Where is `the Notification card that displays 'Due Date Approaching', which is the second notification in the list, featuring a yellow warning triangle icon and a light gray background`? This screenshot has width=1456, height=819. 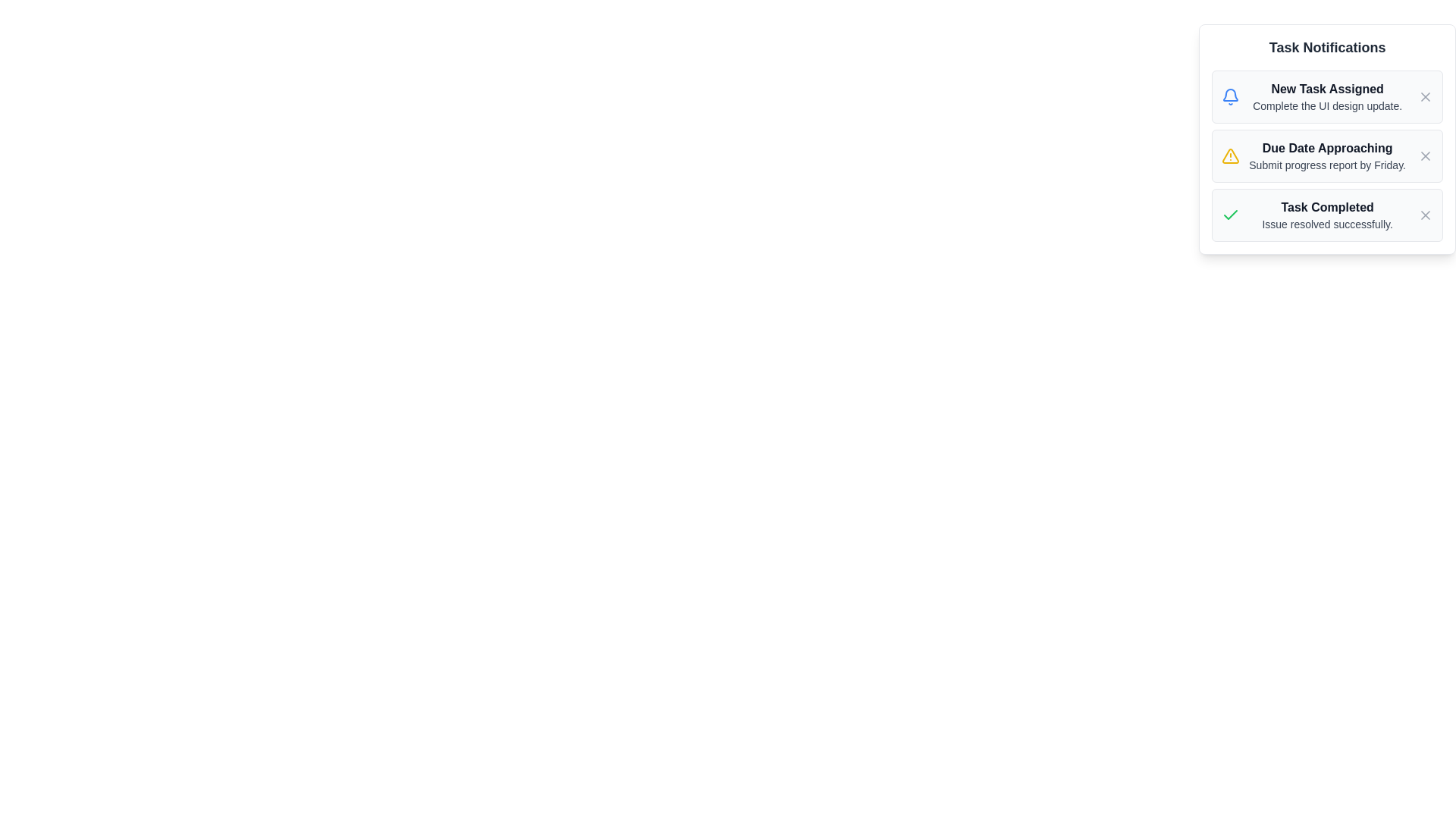
the Notification card that displays 'Due Date Approaching', which is the second notification in the list, featuring a yellow warning triangle icon and a light gray background is located at coordinates (1326, 155).